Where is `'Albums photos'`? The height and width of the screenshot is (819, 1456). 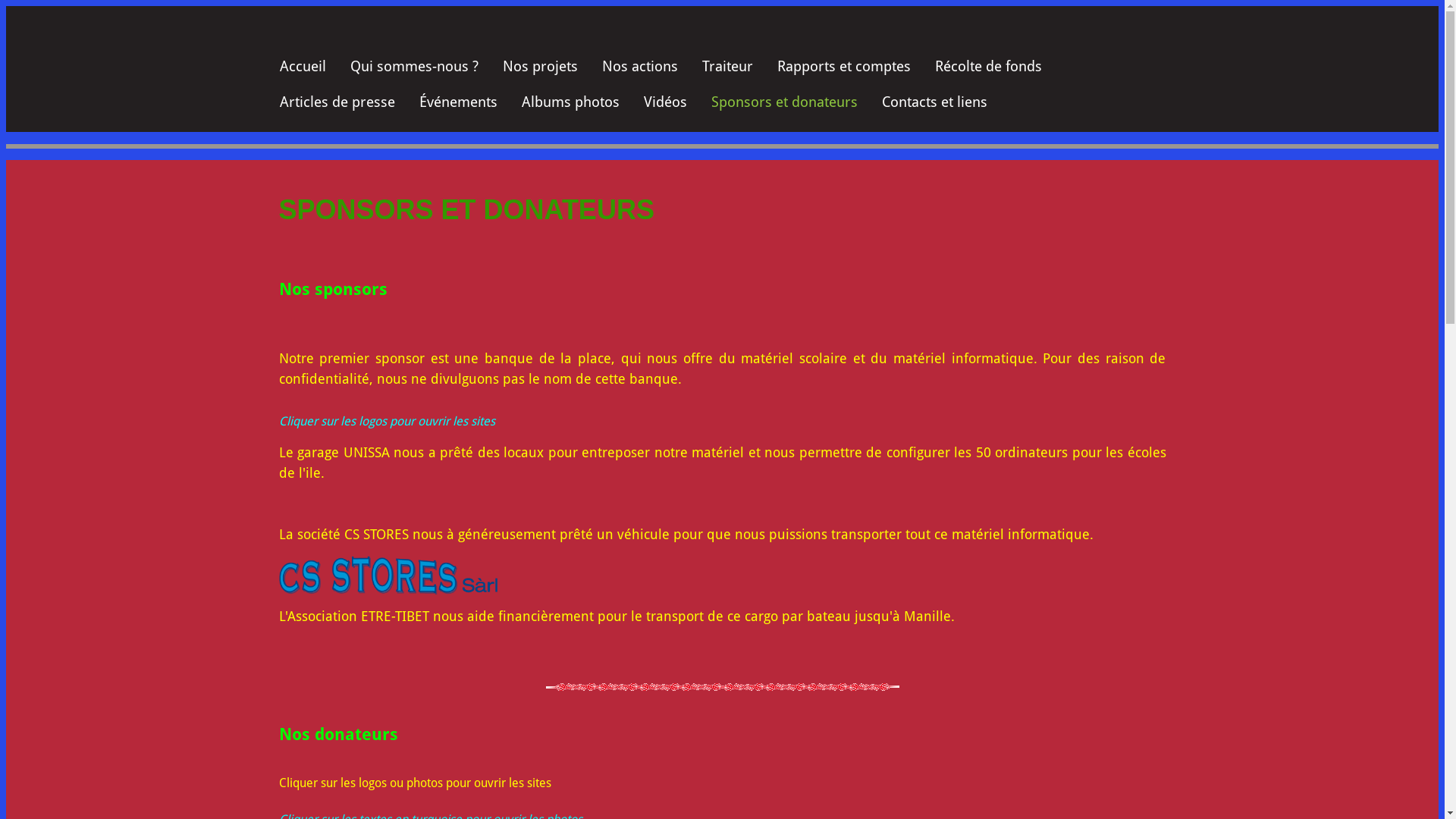
'Albums photos' is located at coordinates (570, 102).